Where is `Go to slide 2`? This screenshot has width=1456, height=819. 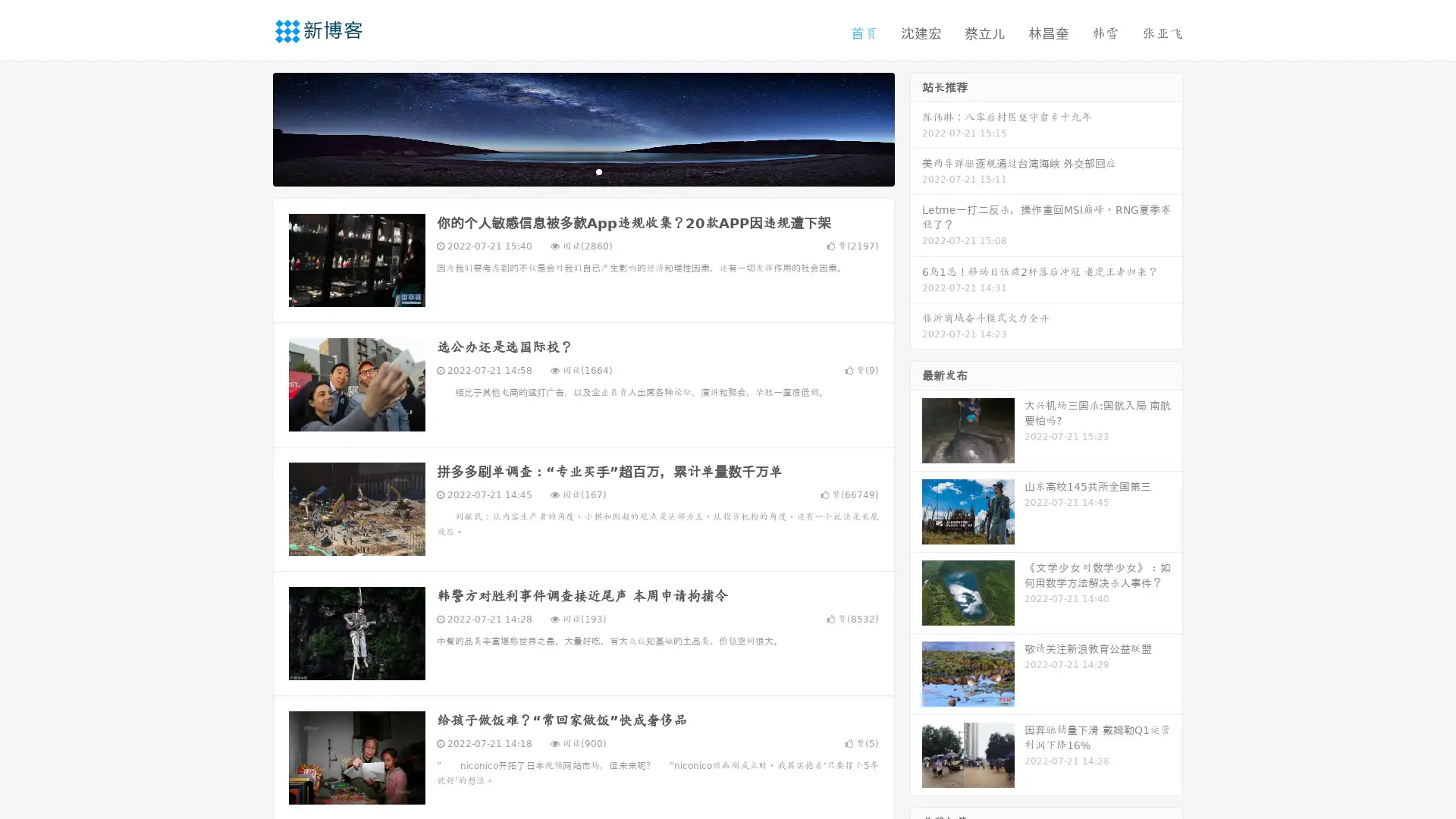
Go to slide 2 is located at coordinates (582, 171).